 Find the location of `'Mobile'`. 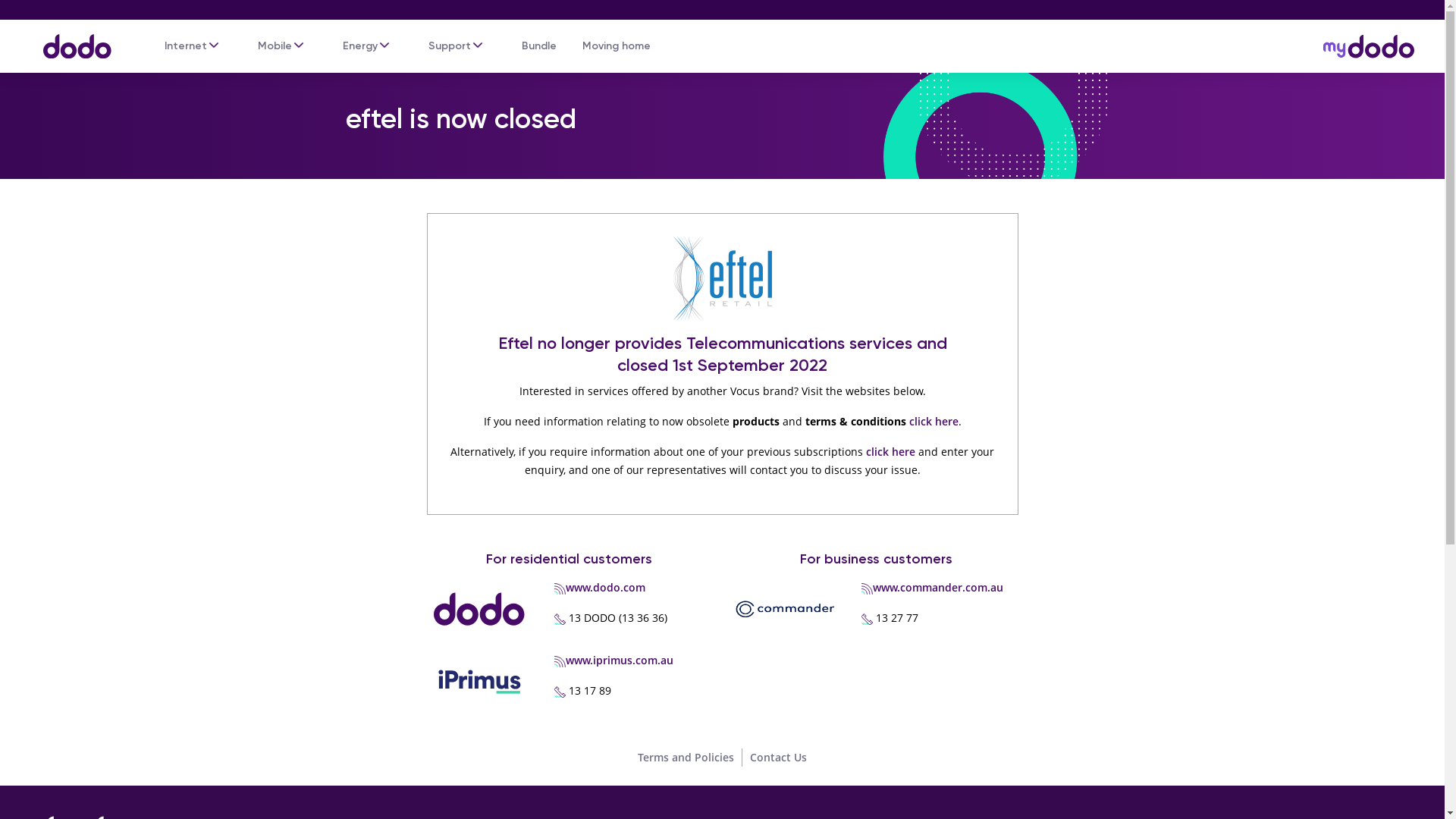

'Mobile' is located at coordinates (275, 45).